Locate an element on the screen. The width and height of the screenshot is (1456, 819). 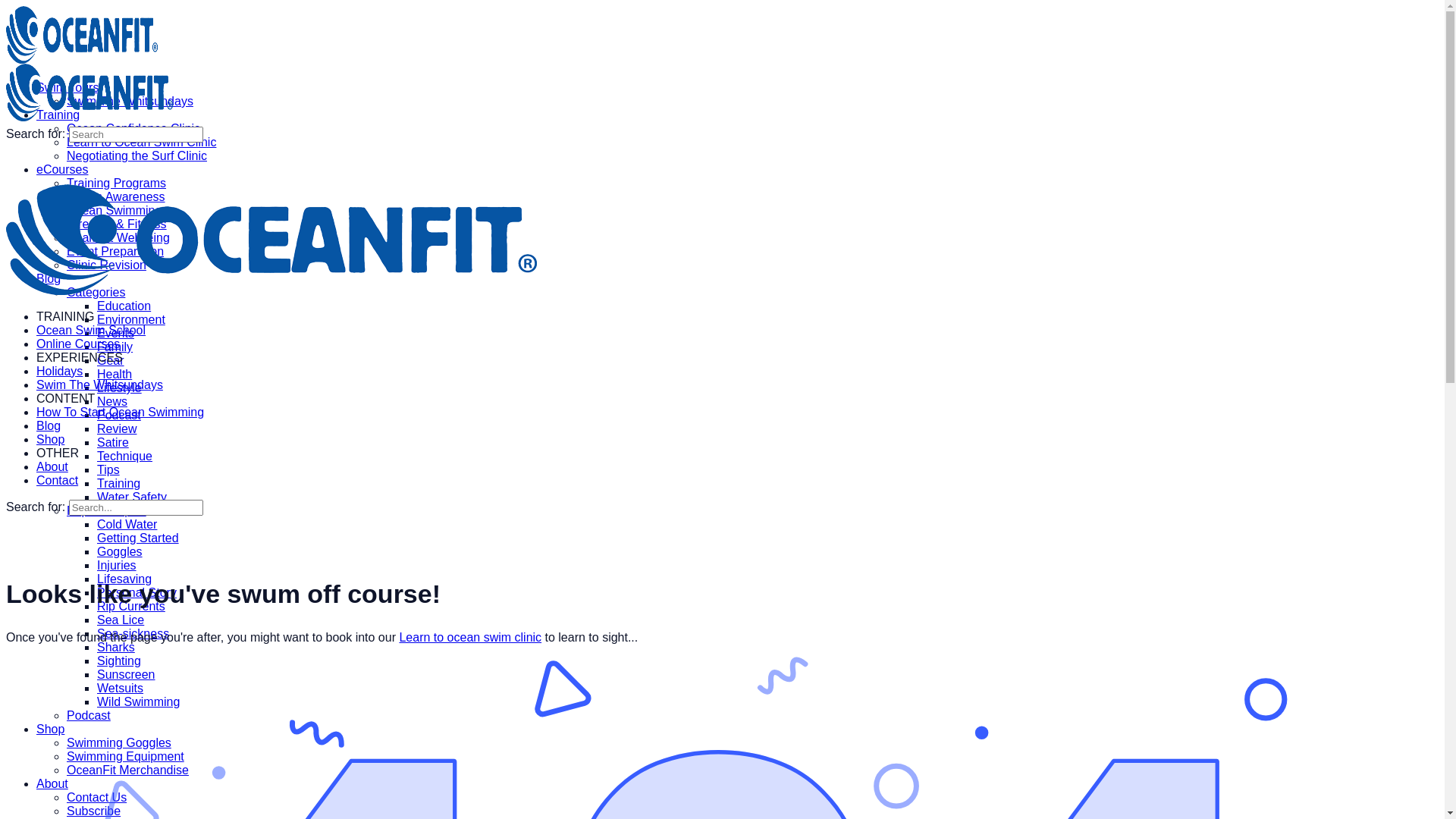
'Sea Lice' is located at coordinates (119, 620).